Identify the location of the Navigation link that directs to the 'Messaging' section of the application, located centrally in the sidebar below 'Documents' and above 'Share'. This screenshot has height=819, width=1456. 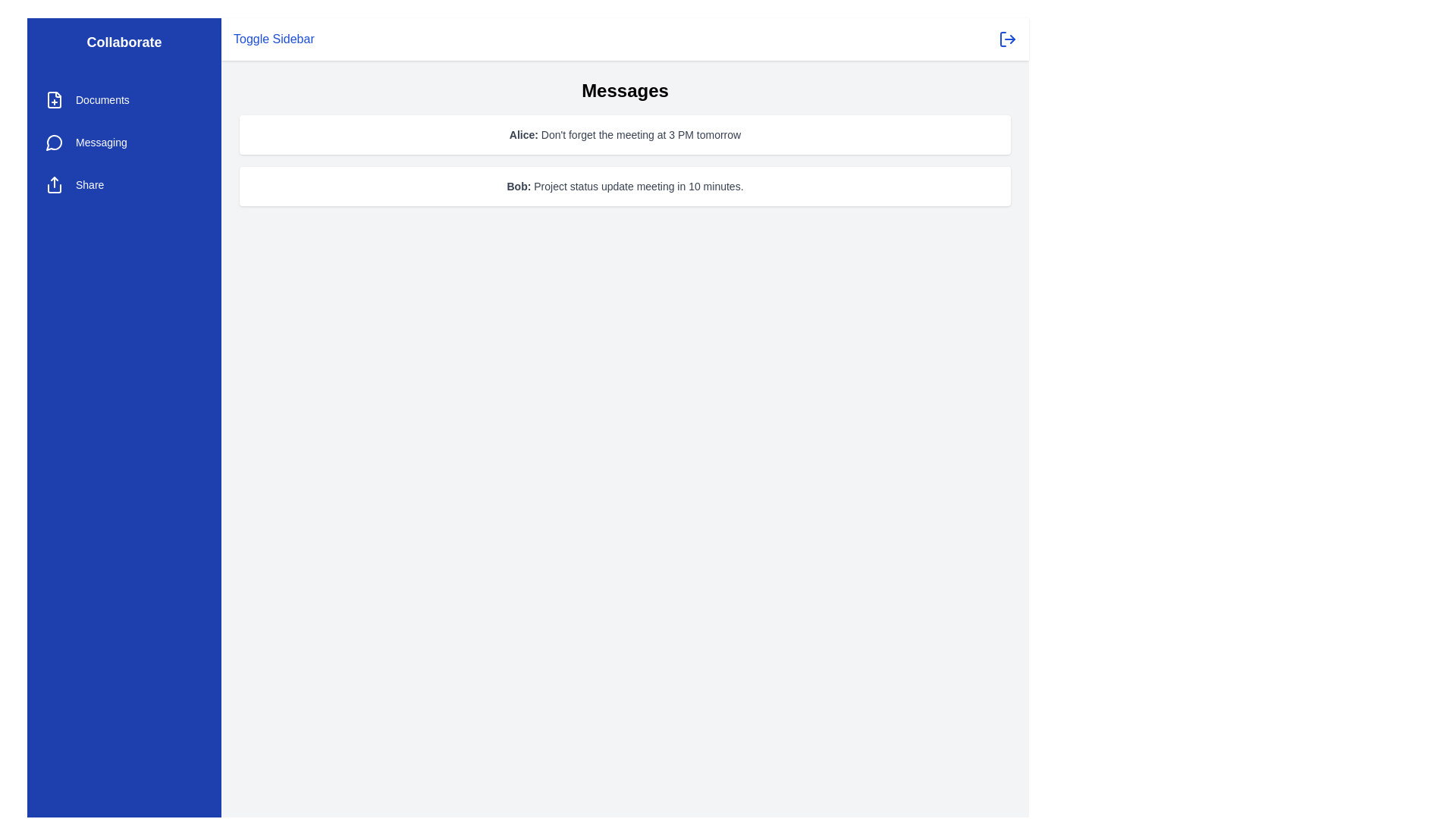
(124, 143).